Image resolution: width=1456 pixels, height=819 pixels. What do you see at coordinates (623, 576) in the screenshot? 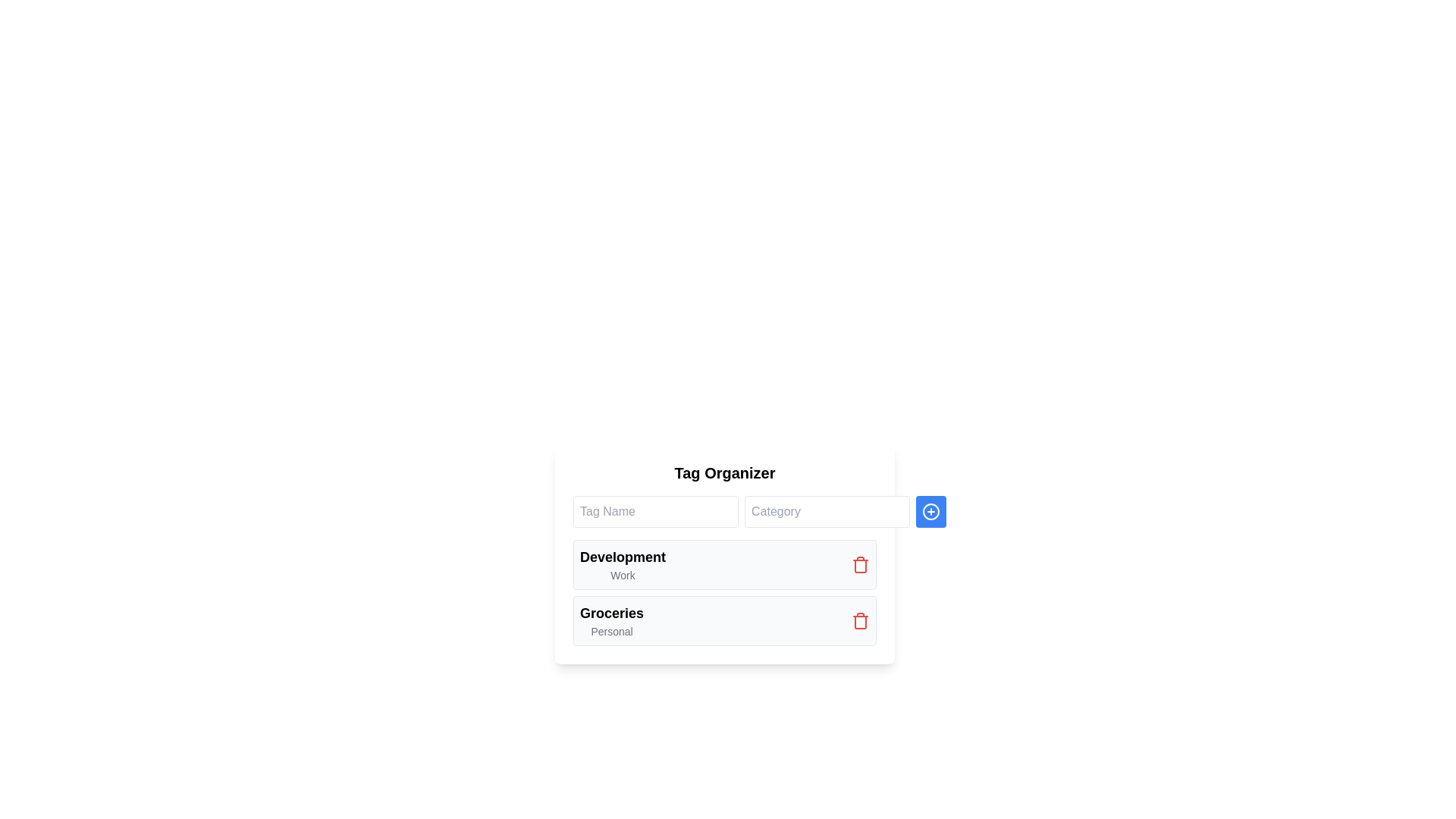
I see `the label that serves as a descriptor or category tag associated with the 'Development' header, positioned at the bottom of the list item beneath it` at bounding box center [623, 576].